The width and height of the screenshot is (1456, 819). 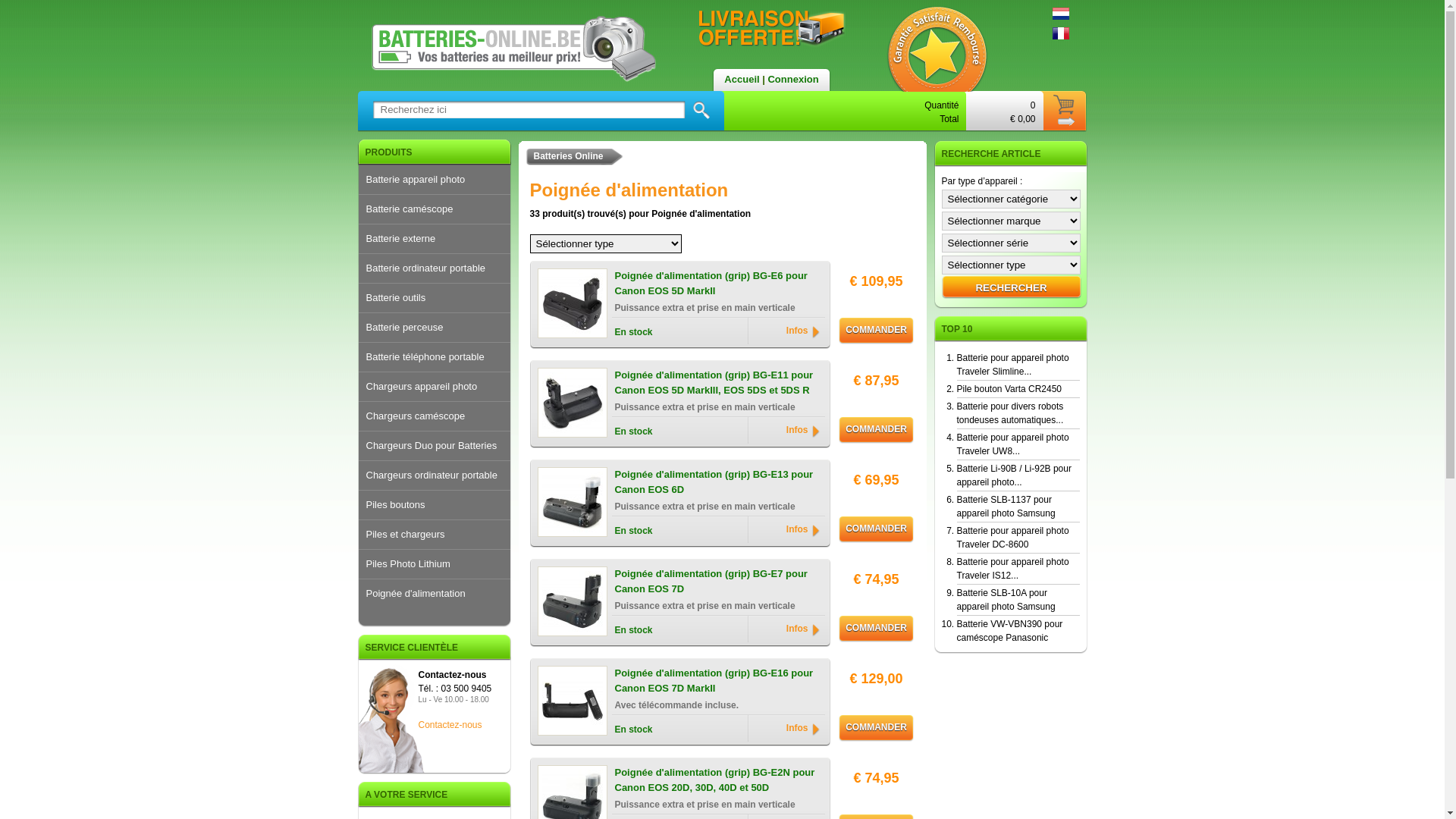 I want to click on 'Piles Photo Lithium', so click(x=432, y=564).